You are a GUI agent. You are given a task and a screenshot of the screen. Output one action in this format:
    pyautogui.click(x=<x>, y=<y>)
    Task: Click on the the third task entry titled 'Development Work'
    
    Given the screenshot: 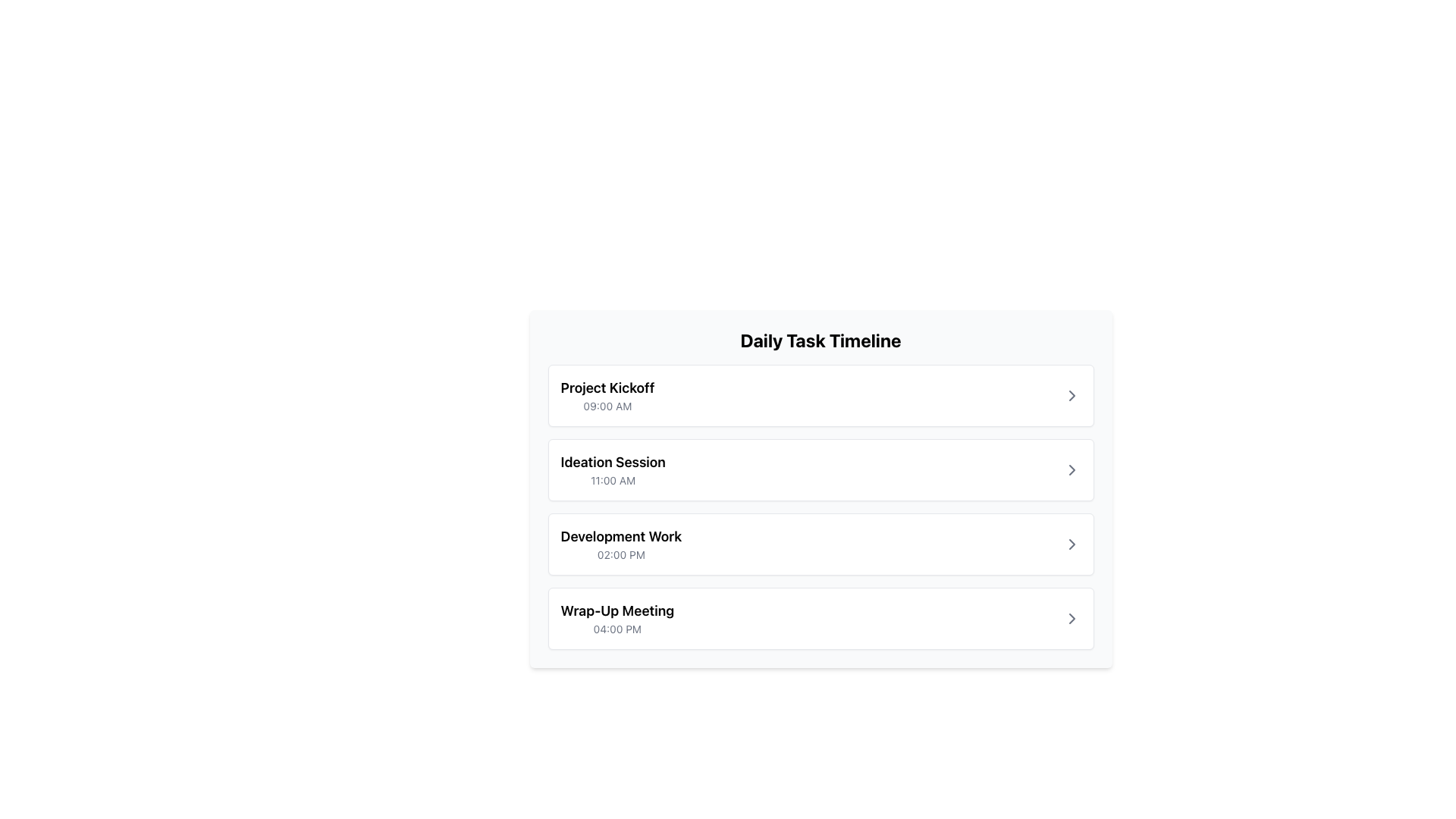 What is the action you would take?
    pyautogui.click(x=820, y=543)
    